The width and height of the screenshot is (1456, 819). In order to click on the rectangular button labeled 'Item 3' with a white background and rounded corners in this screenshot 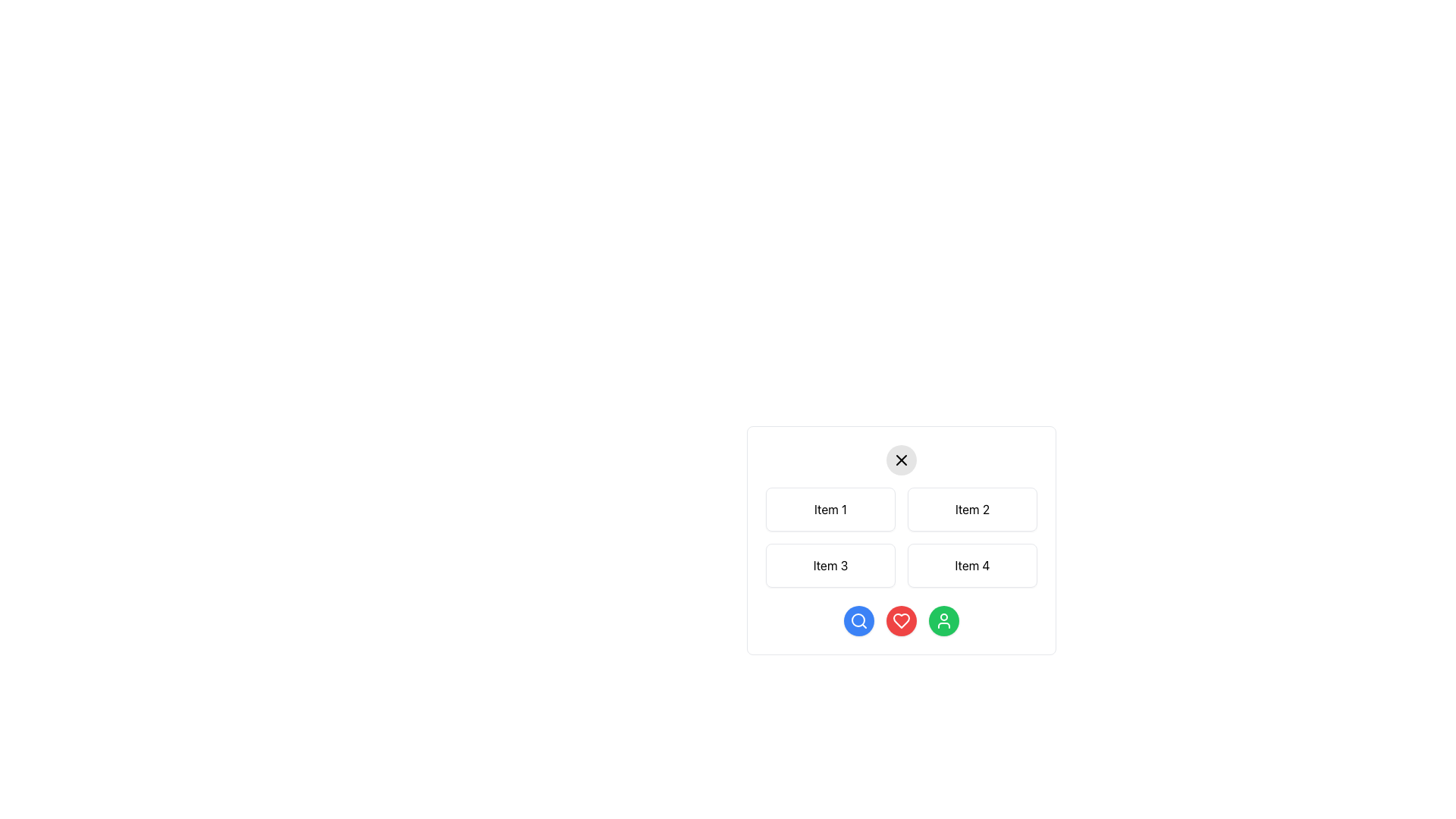, I will do `click(830, 565)`.